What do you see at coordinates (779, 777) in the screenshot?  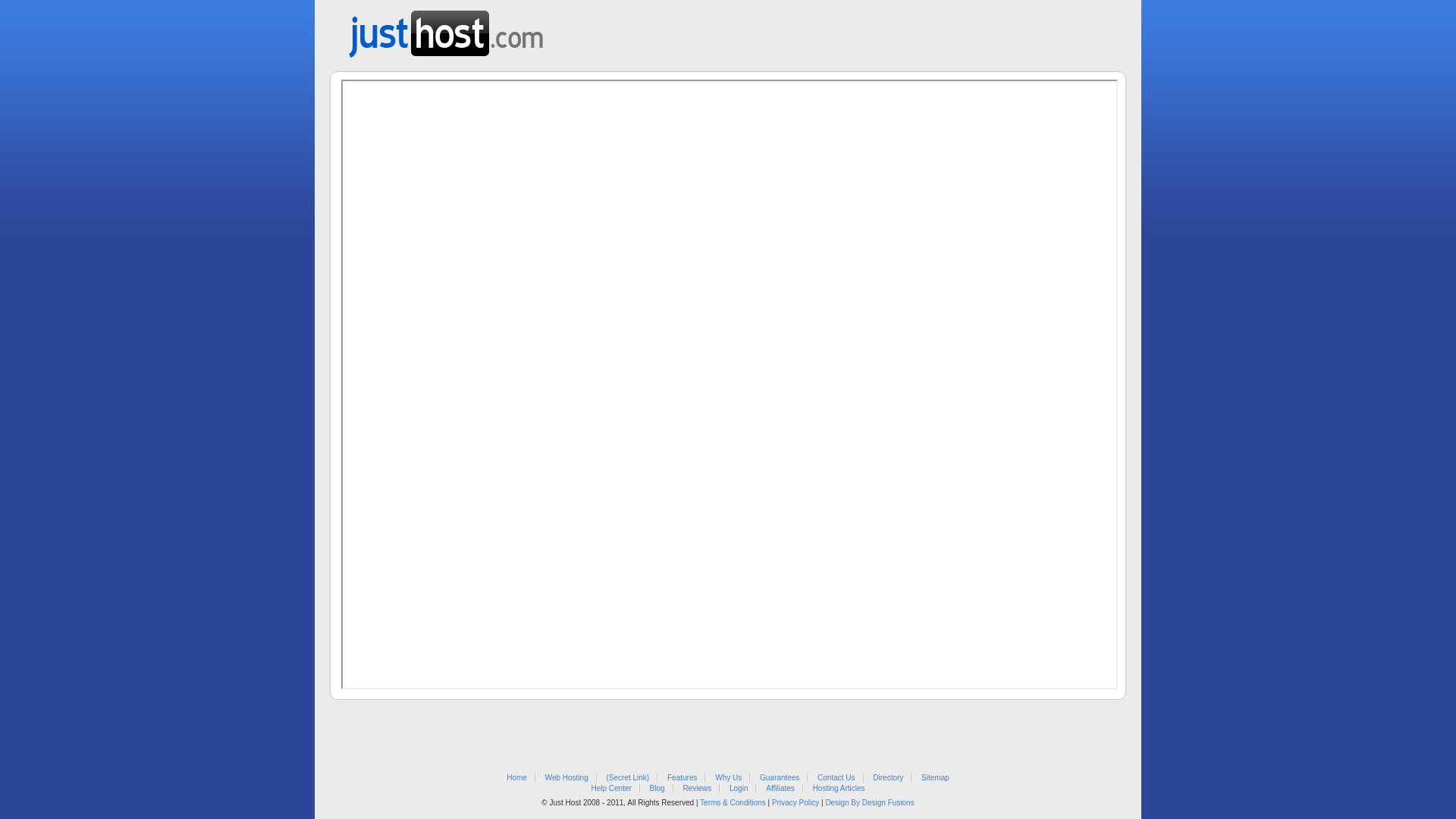 I see `'Guarantees'` at bounding box center [779, 777].